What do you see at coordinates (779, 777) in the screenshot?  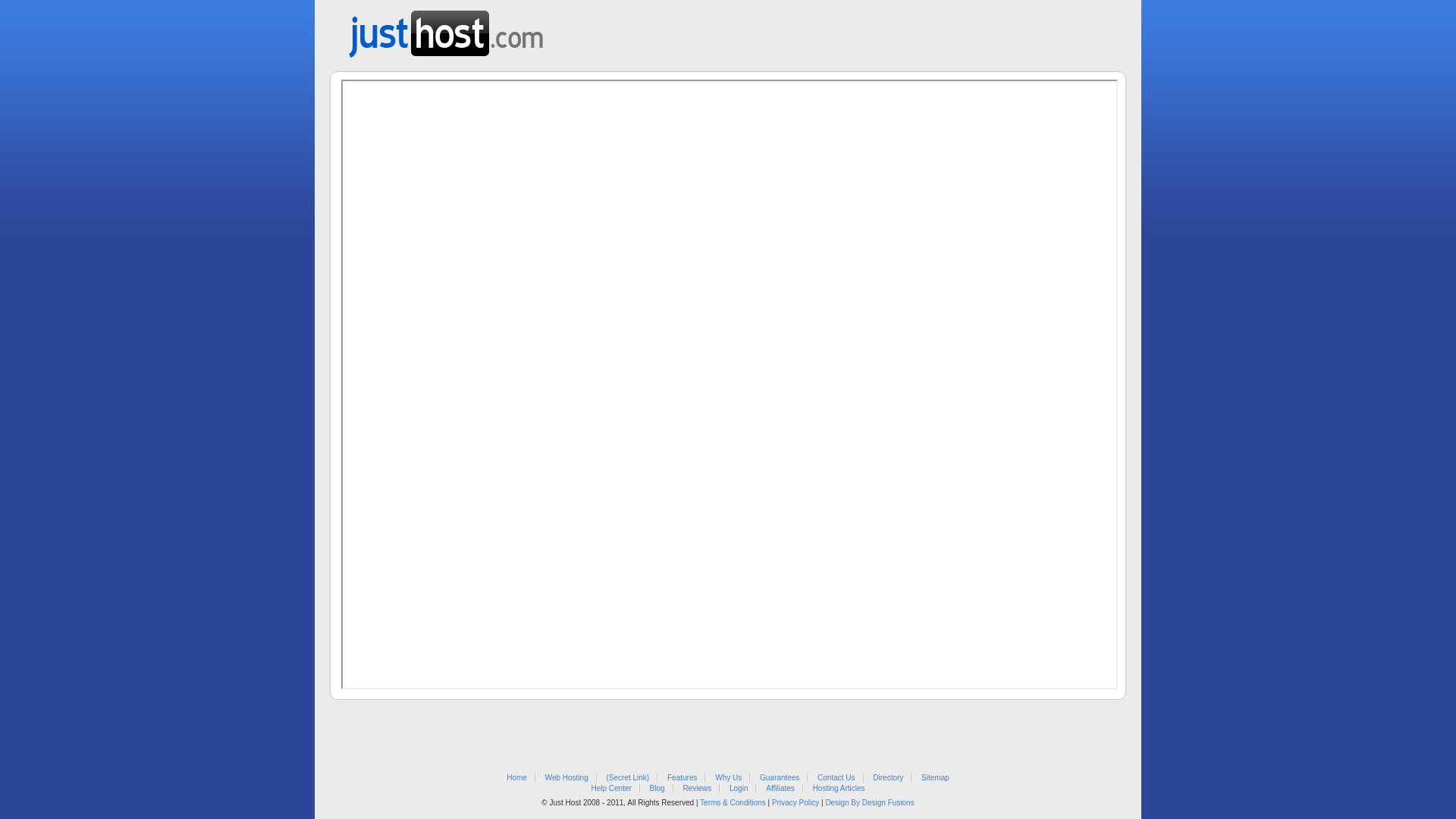 I see `'Guarantees'` at bounding box center [779, 777].